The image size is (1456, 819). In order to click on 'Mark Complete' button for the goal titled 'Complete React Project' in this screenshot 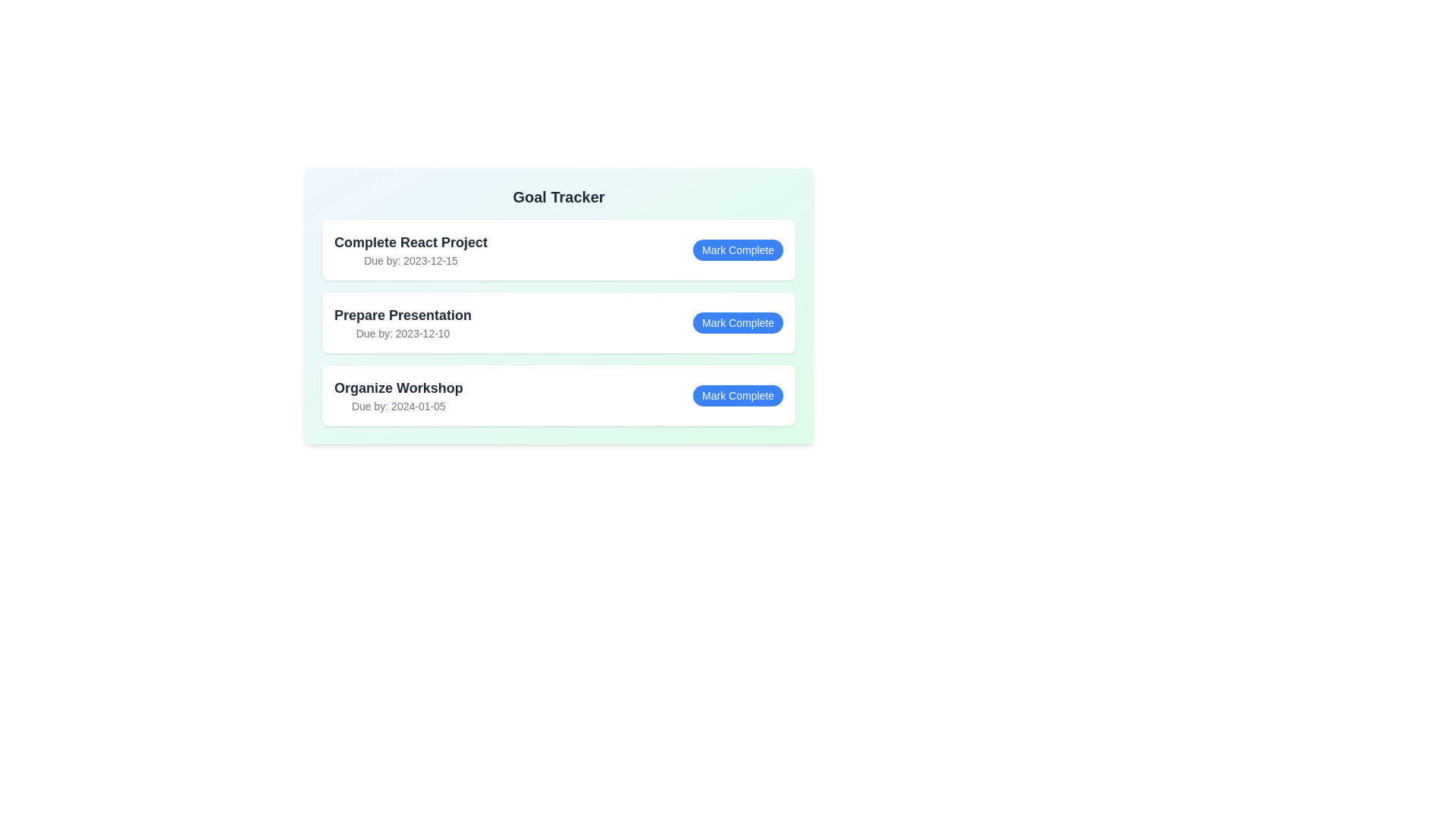, I will do `click(738, 249)`.